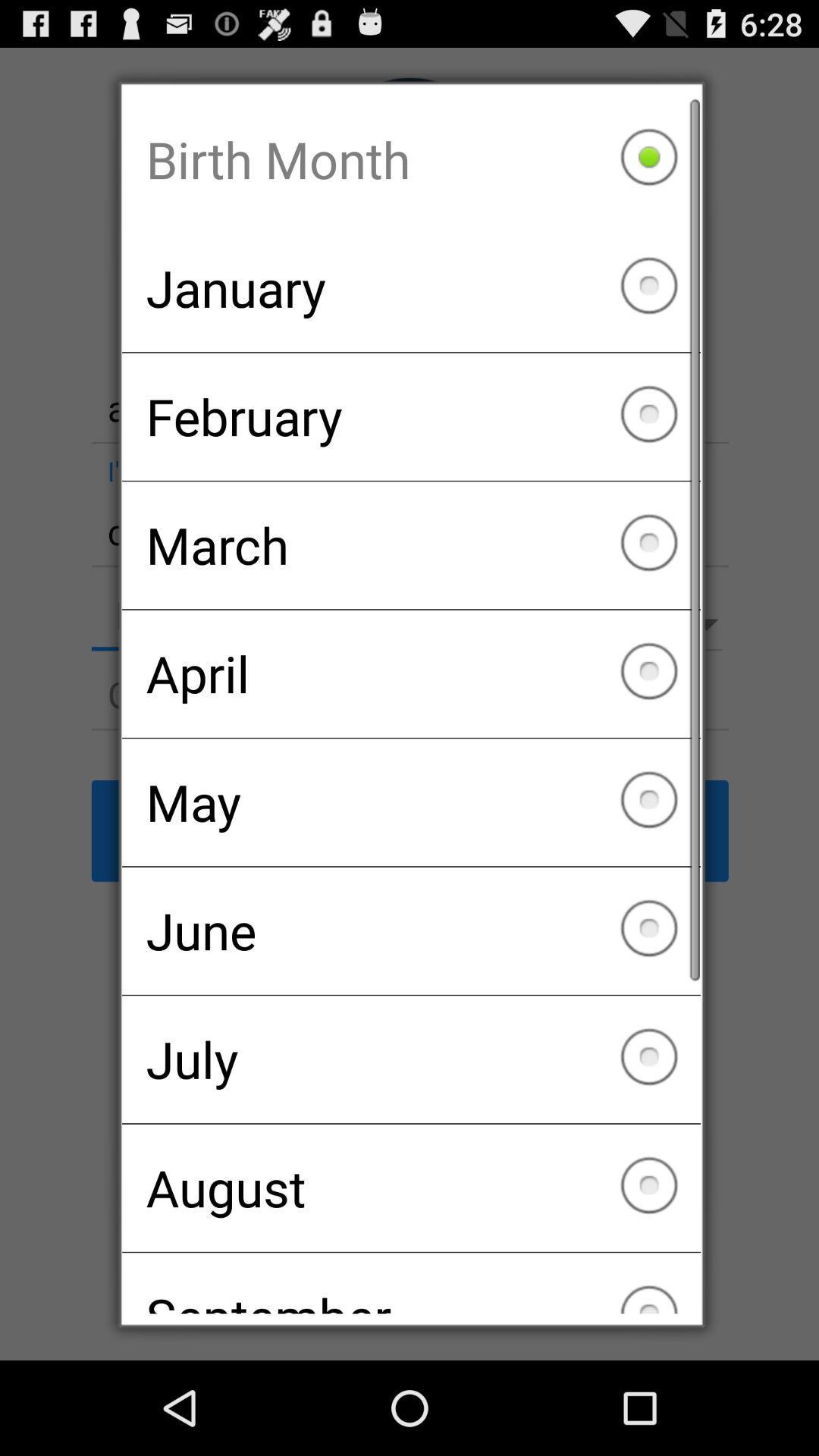  What do you see at coordinates (411, 545) in the screenshot?
I see `the march checkbox` at bounding box center [411, 545].